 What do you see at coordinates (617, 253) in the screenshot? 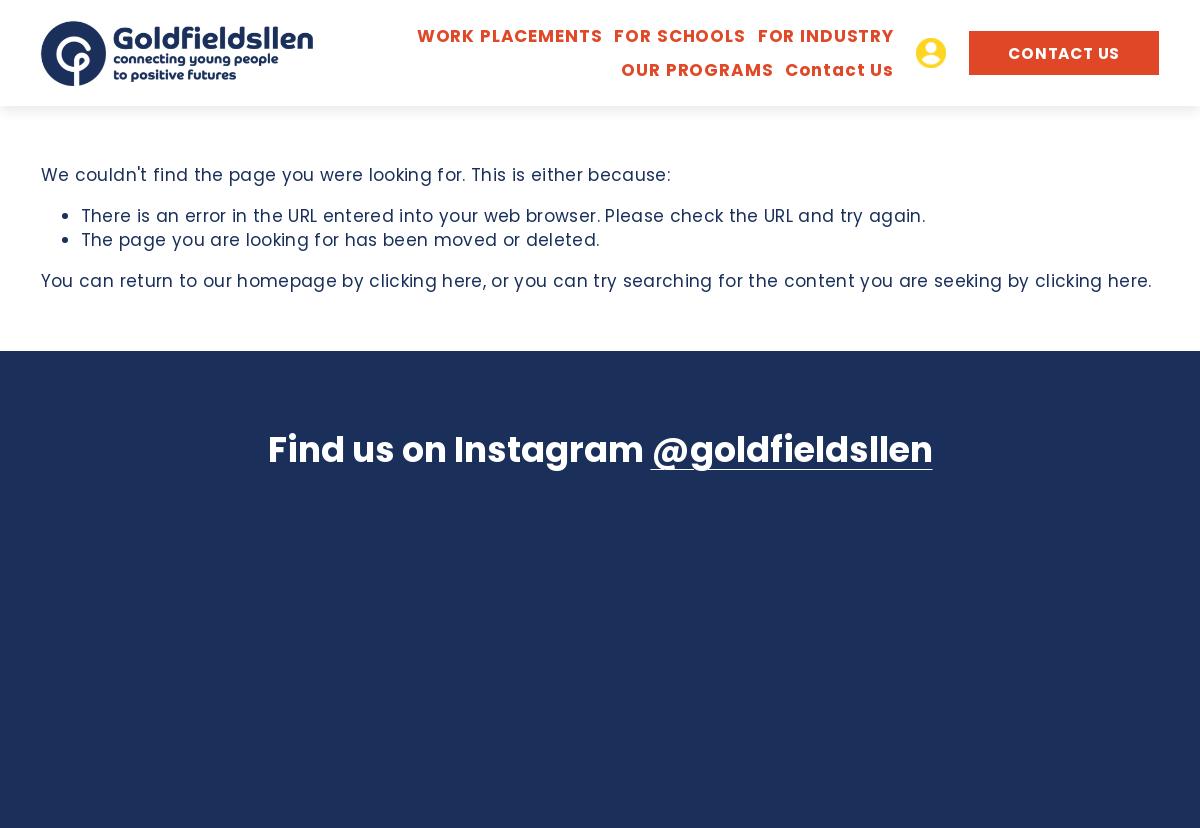
I see `'Young Industry Ambassadors'` at bounding box center [617, 253].